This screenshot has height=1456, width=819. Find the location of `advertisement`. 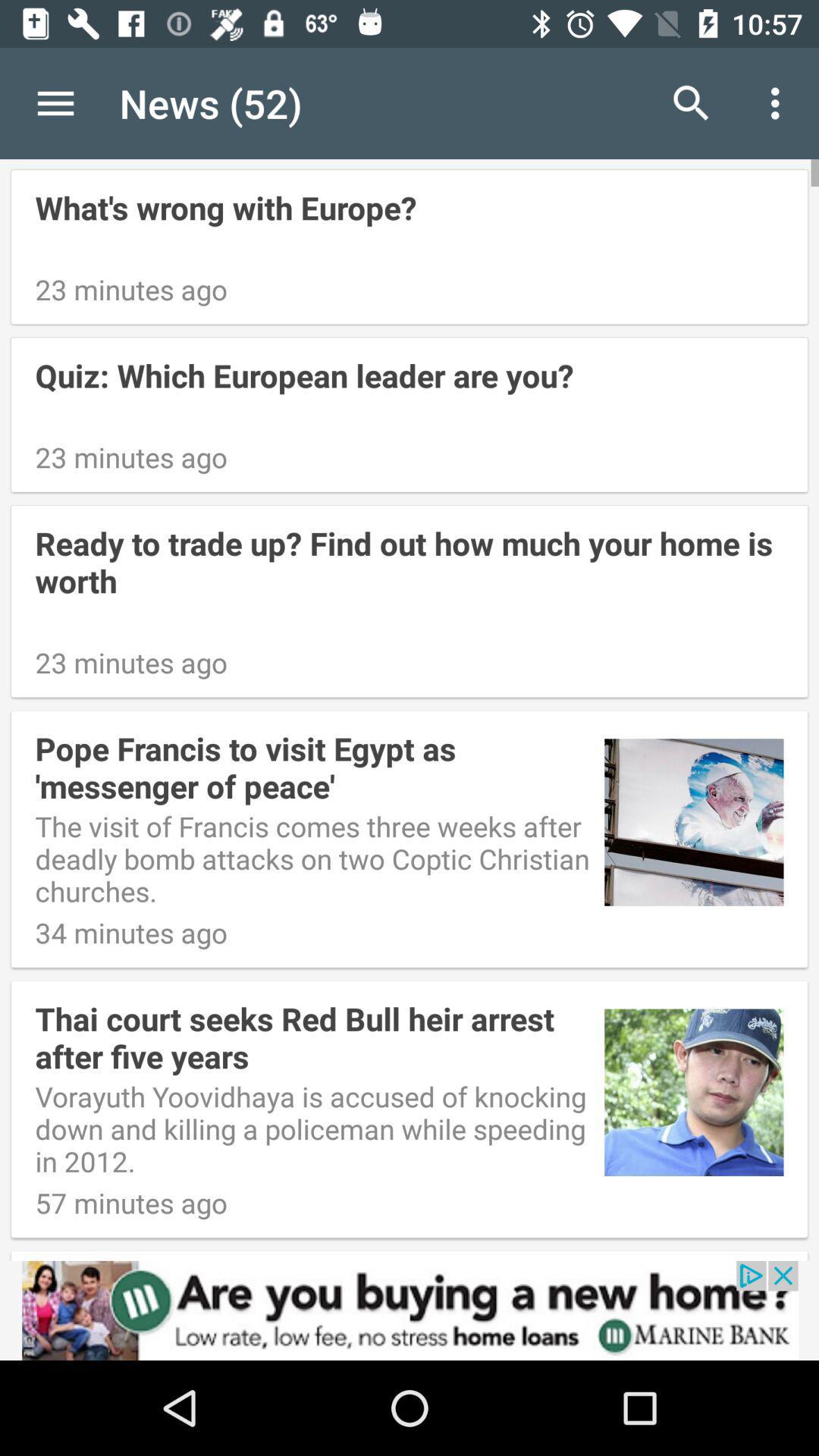

advertisement is located at coordinates (409, 1310).